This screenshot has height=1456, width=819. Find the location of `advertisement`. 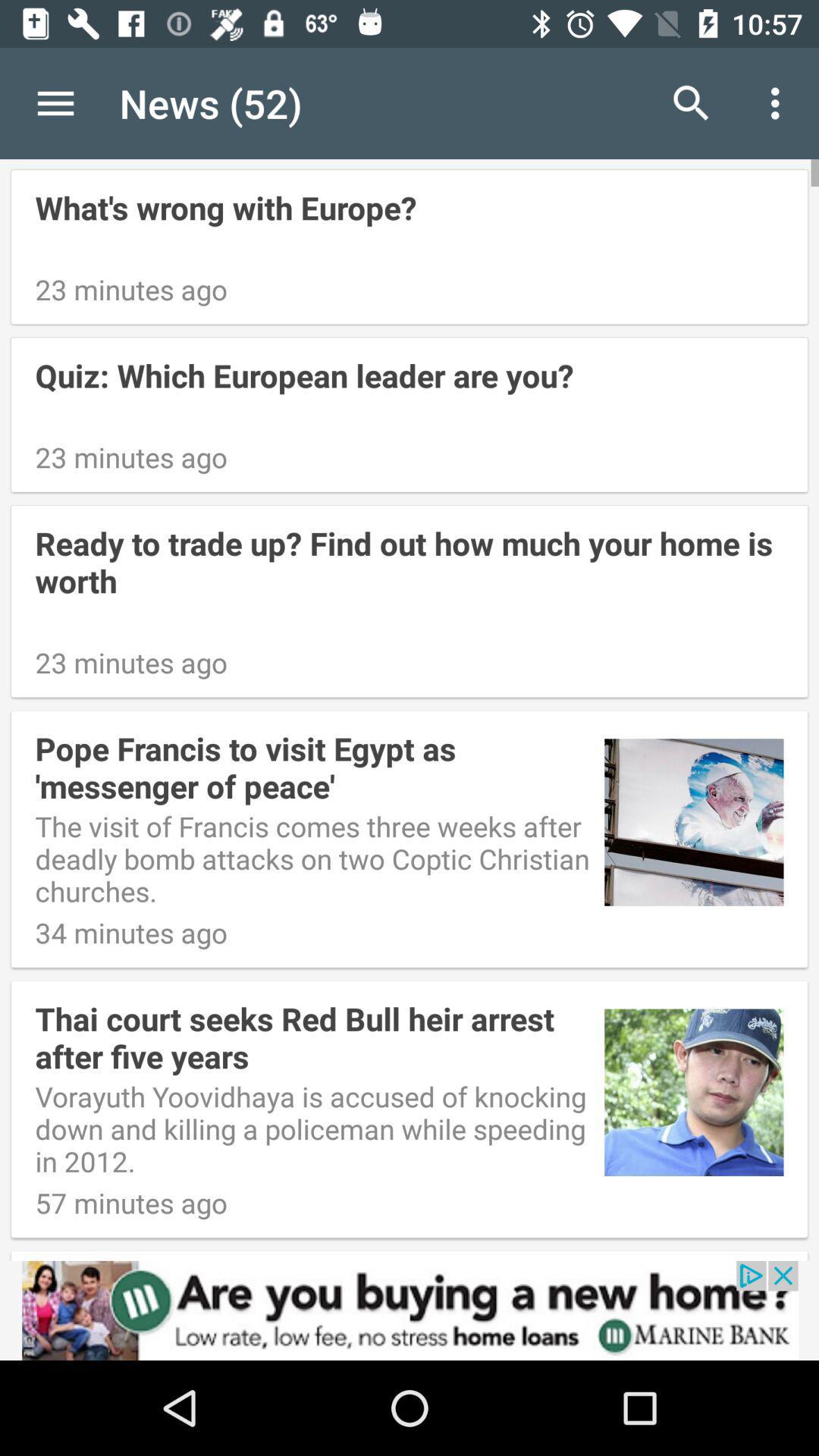

advertisement is located at coordinates (409, 1310).